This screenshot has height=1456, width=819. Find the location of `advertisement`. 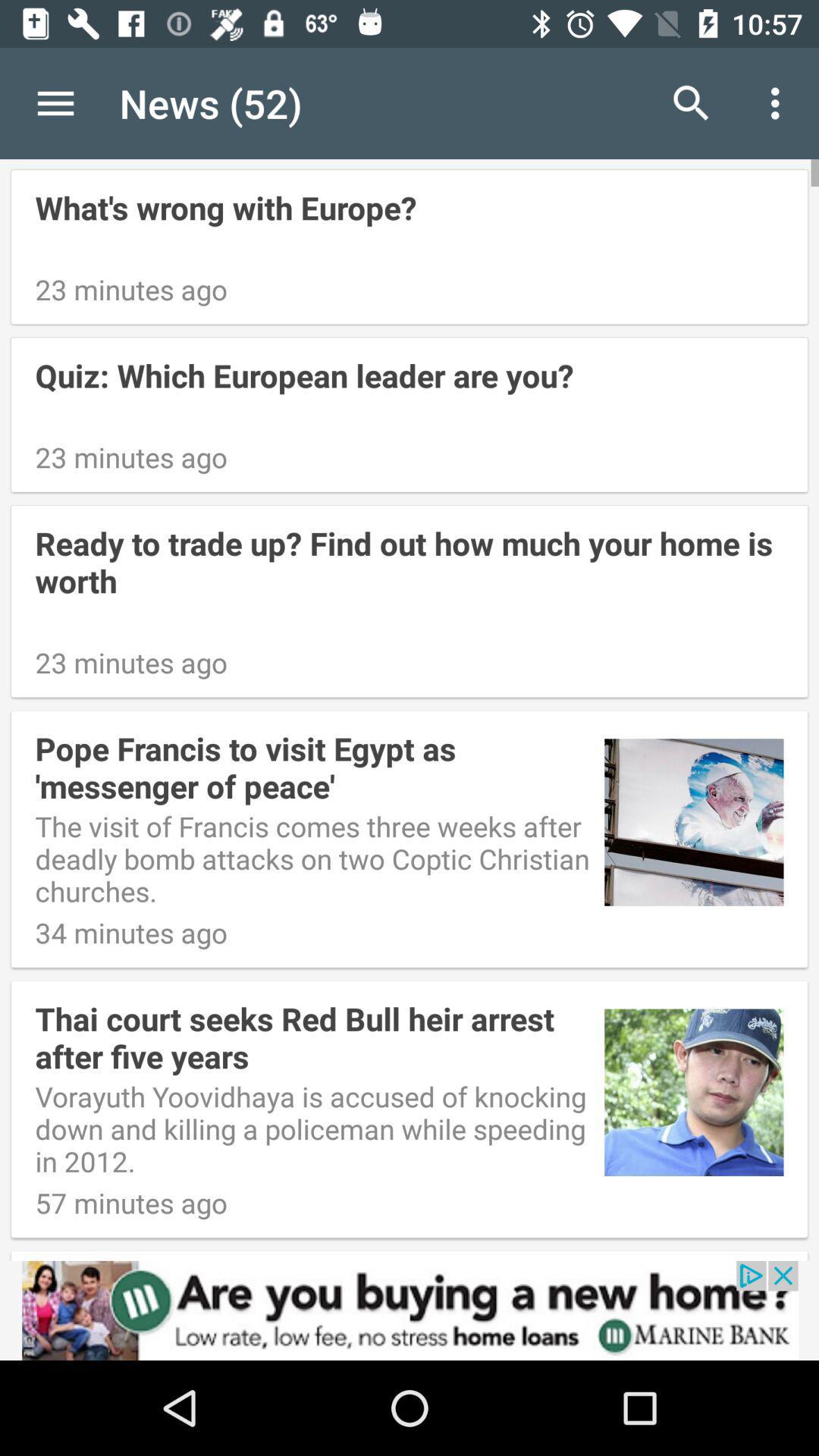

advertisement is located at coordinates (409, 1310).